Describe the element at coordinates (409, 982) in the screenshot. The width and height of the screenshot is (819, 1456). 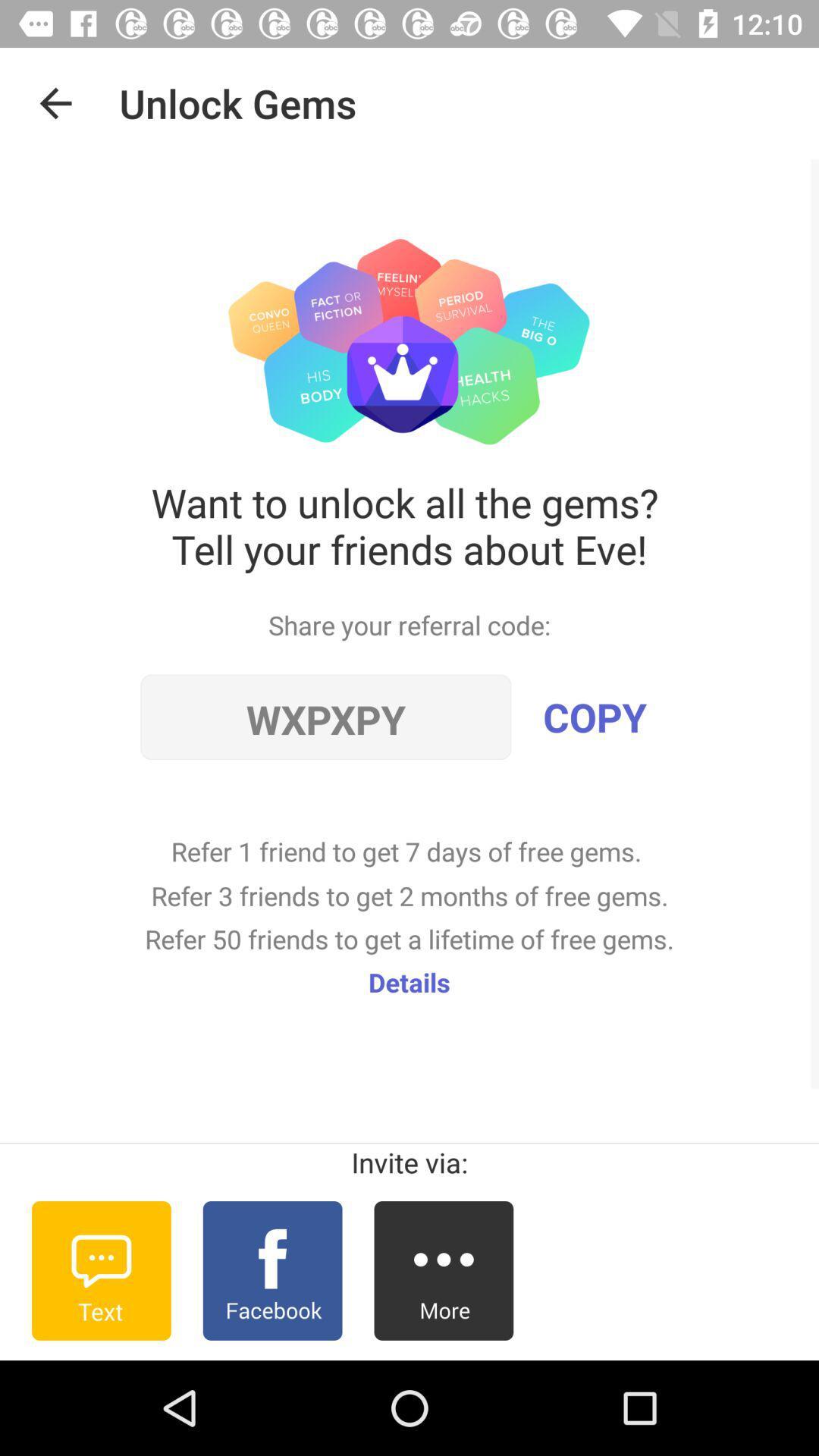
I see `item below the refer 1 friend icon` at that location.